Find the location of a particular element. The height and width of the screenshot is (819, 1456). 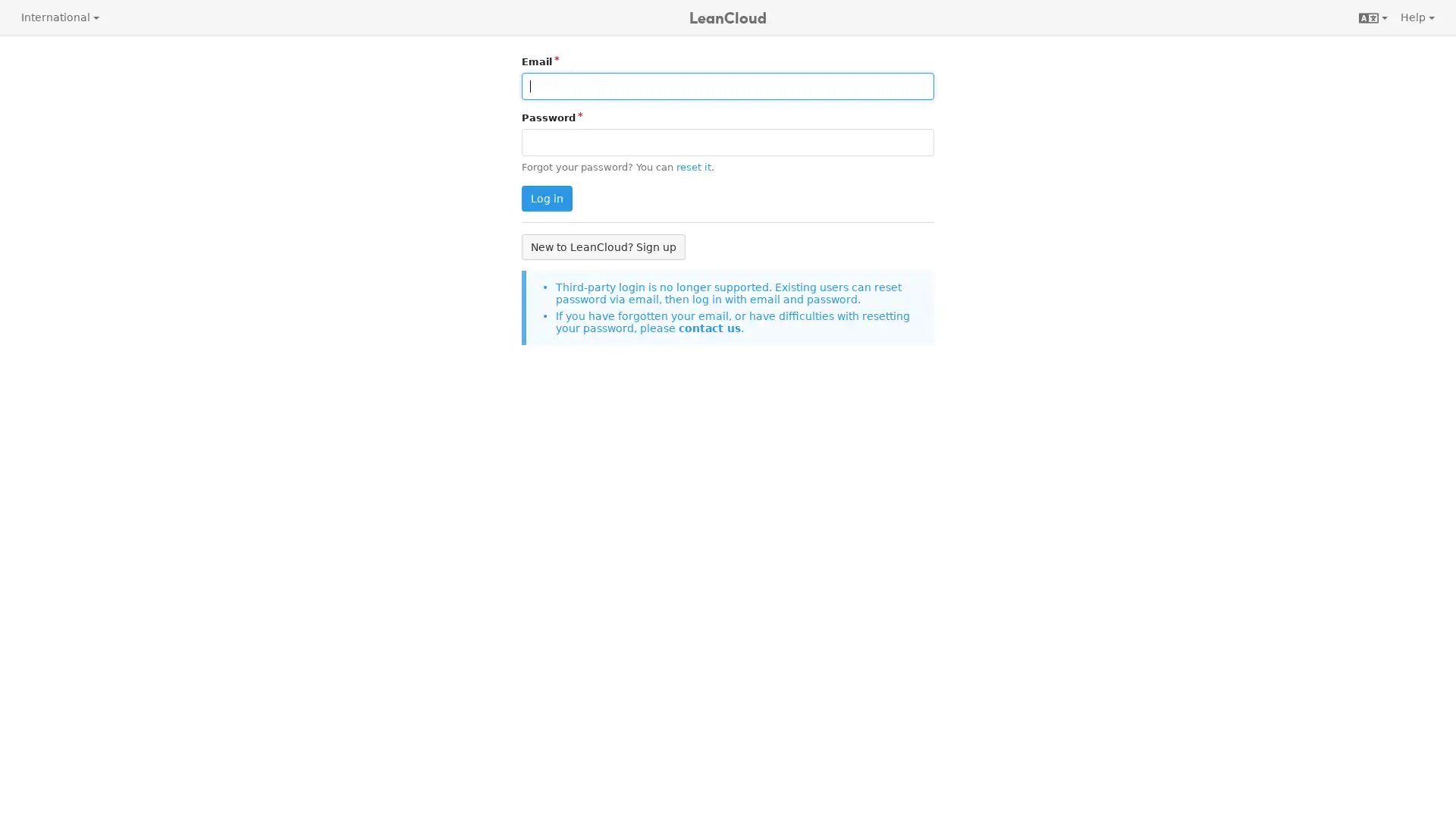

New to LeanCloud? Sign up is located at coordinates (603, 246).